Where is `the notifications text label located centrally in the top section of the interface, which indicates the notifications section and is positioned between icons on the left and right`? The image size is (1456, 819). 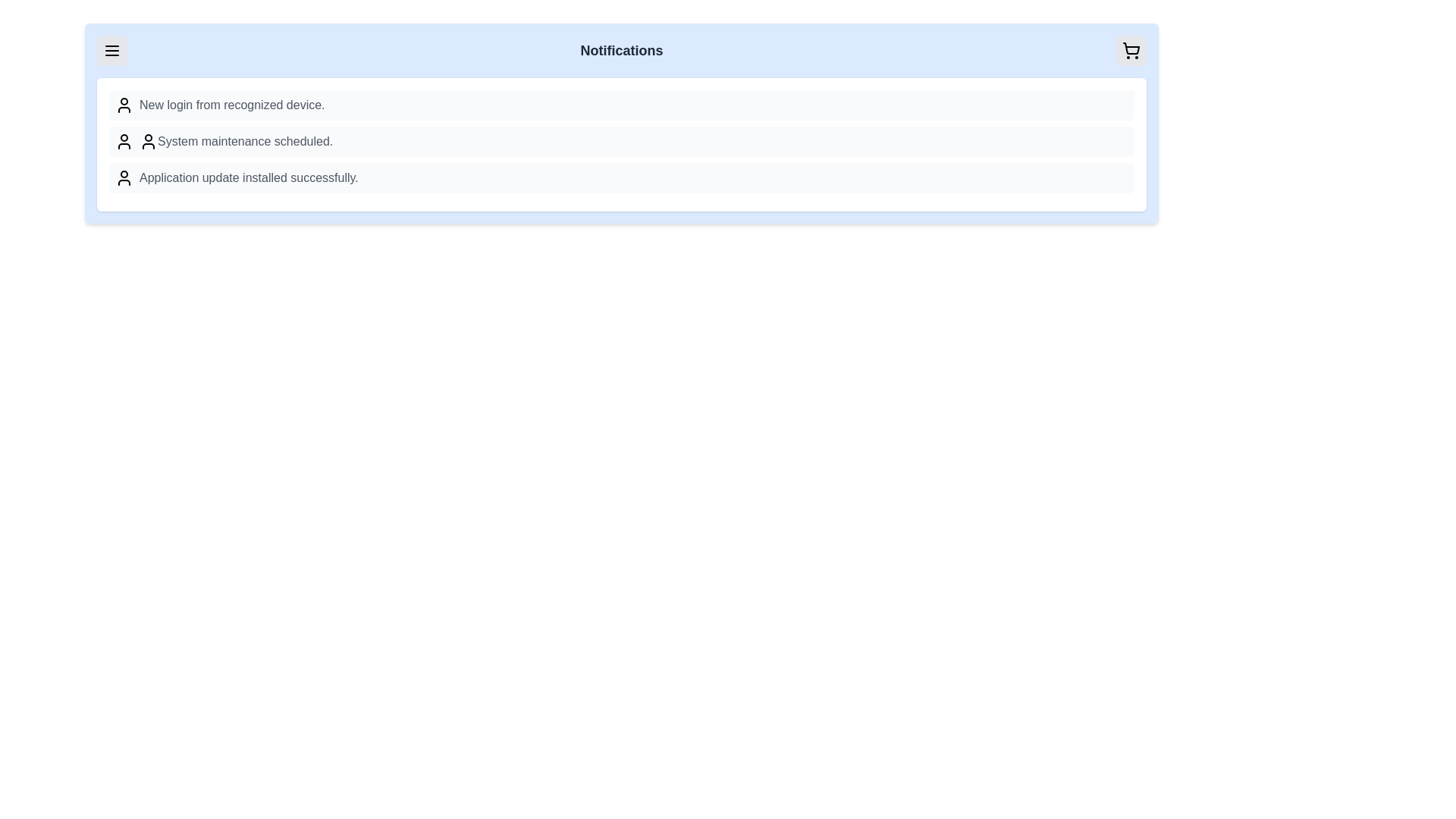
the notifications text label located centrally in the top section of the interface, which indicates the notifications section and is positioned between icons on the left and right is located at coordinates (622, 49).